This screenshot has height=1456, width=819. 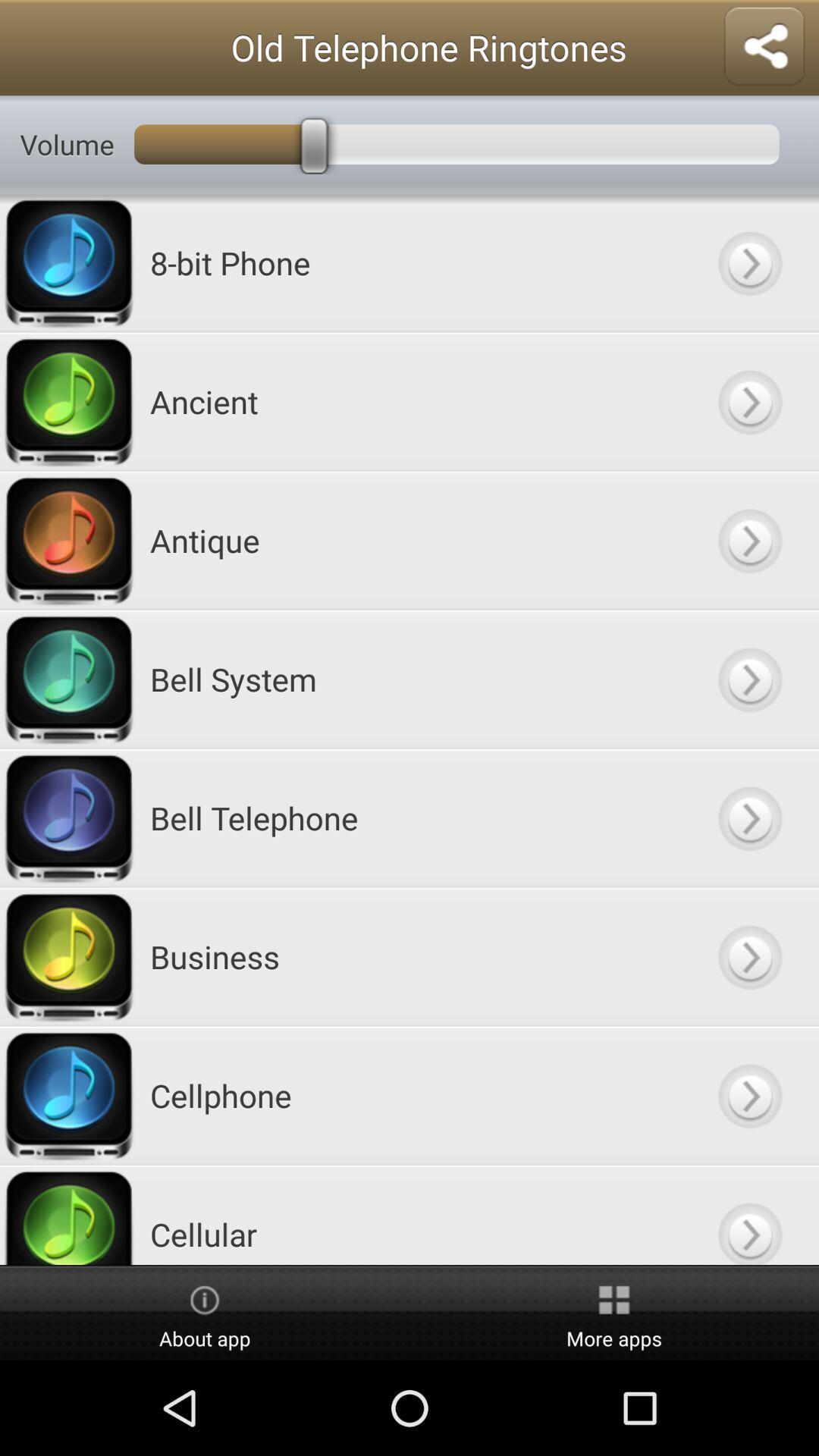 I want to click on autoplay option, so click(x=748, y=1215).